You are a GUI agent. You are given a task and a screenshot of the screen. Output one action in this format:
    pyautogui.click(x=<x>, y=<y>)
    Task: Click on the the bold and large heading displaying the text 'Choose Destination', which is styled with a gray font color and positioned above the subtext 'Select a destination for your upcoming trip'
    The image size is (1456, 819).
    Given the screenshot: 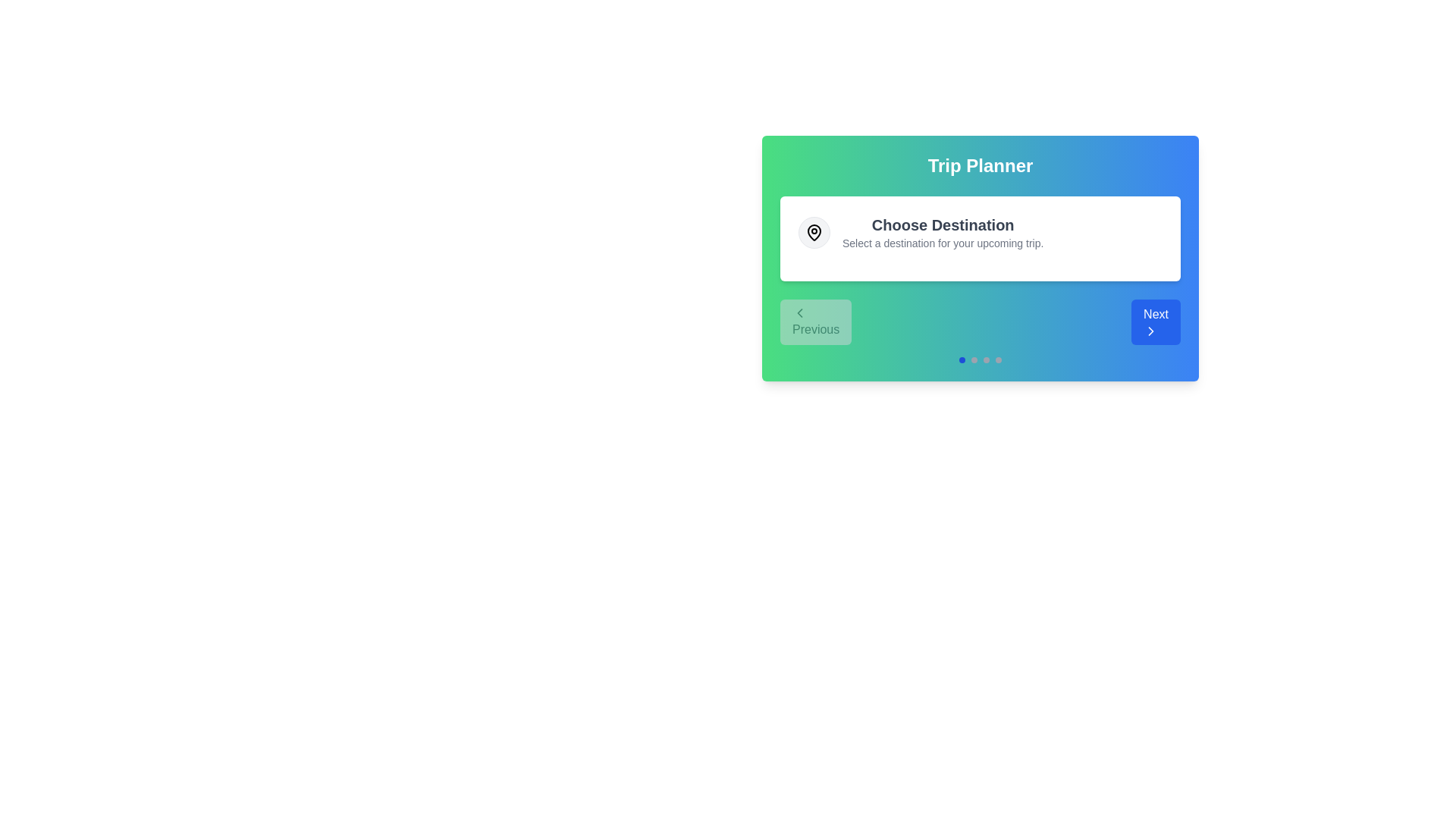 What is the action you would take?
    pyautogui.click(x=942, y=225)
    